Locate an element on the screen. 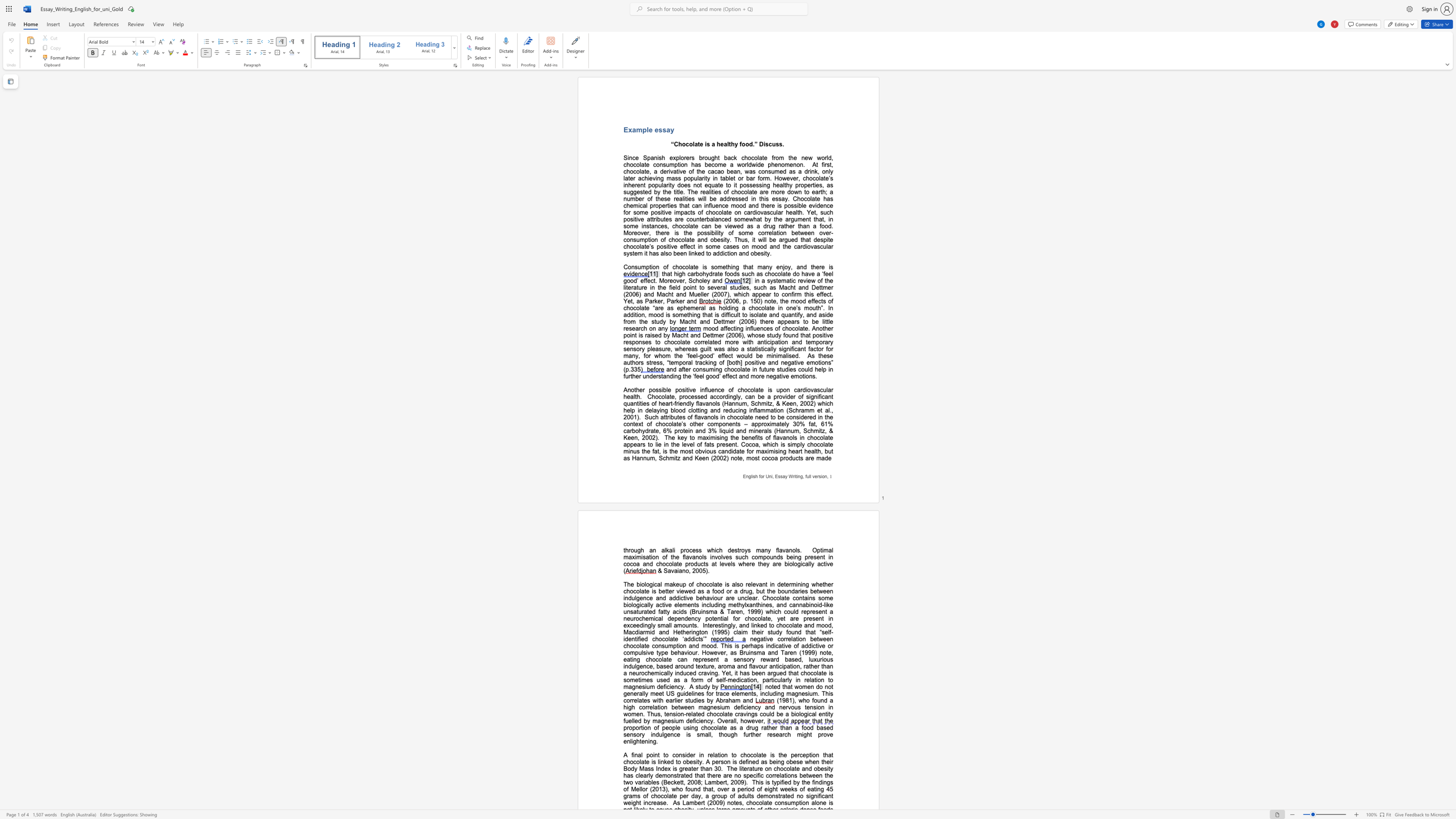 Image resolution: width=1456 pixels, height=819 pixels. the subset text "lea" within the text "mood affecting influences of chocolate. Another point is raised by Macht and Dettmer (2006), whose study found that positive responses to chocolate correlated more with anticipation and temporary sensory pleasure," is located at coordinates (650, 349).